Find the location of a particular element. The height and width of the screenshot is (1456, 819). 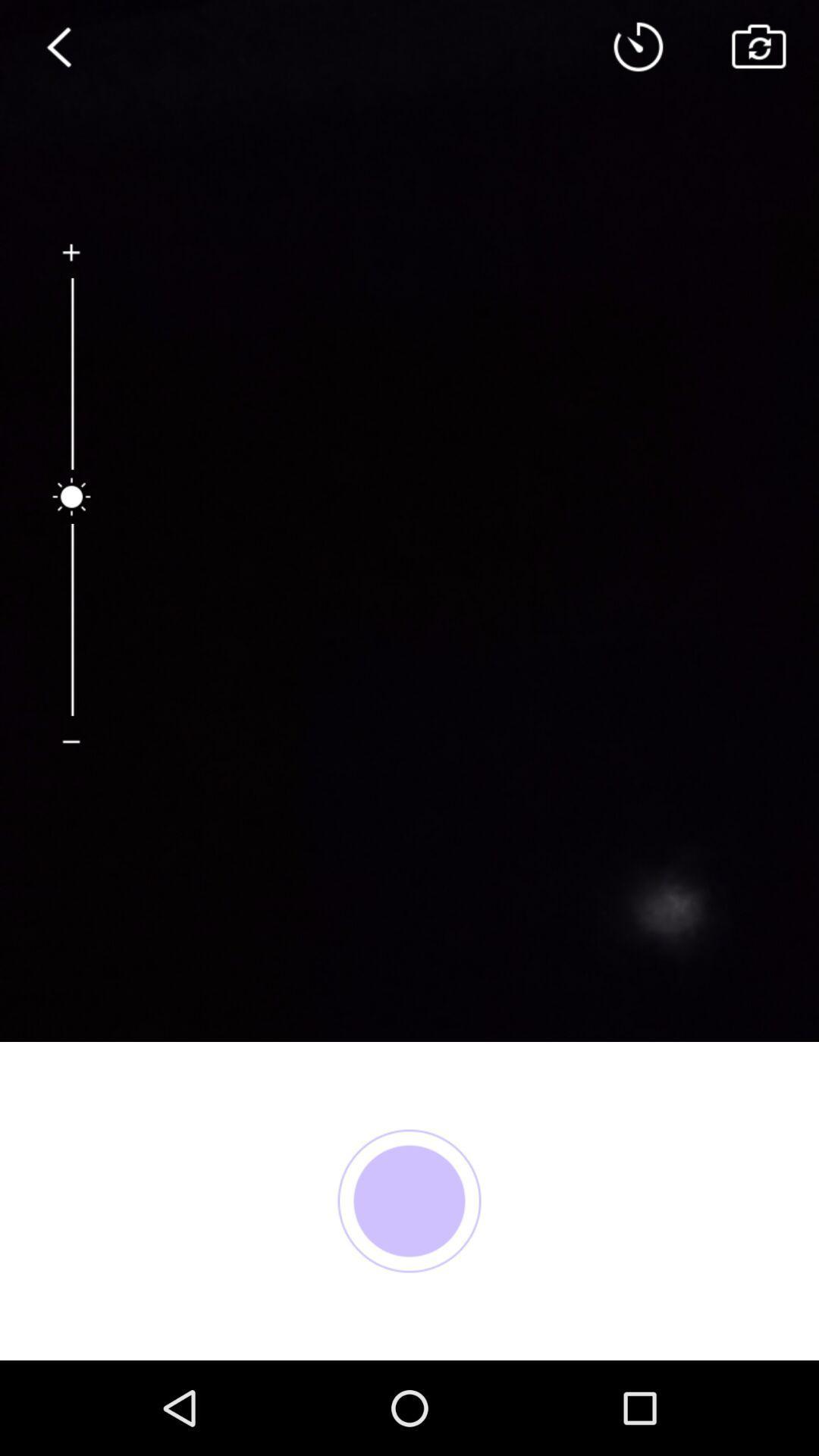

the time icon is located at coordinates (639, 51).